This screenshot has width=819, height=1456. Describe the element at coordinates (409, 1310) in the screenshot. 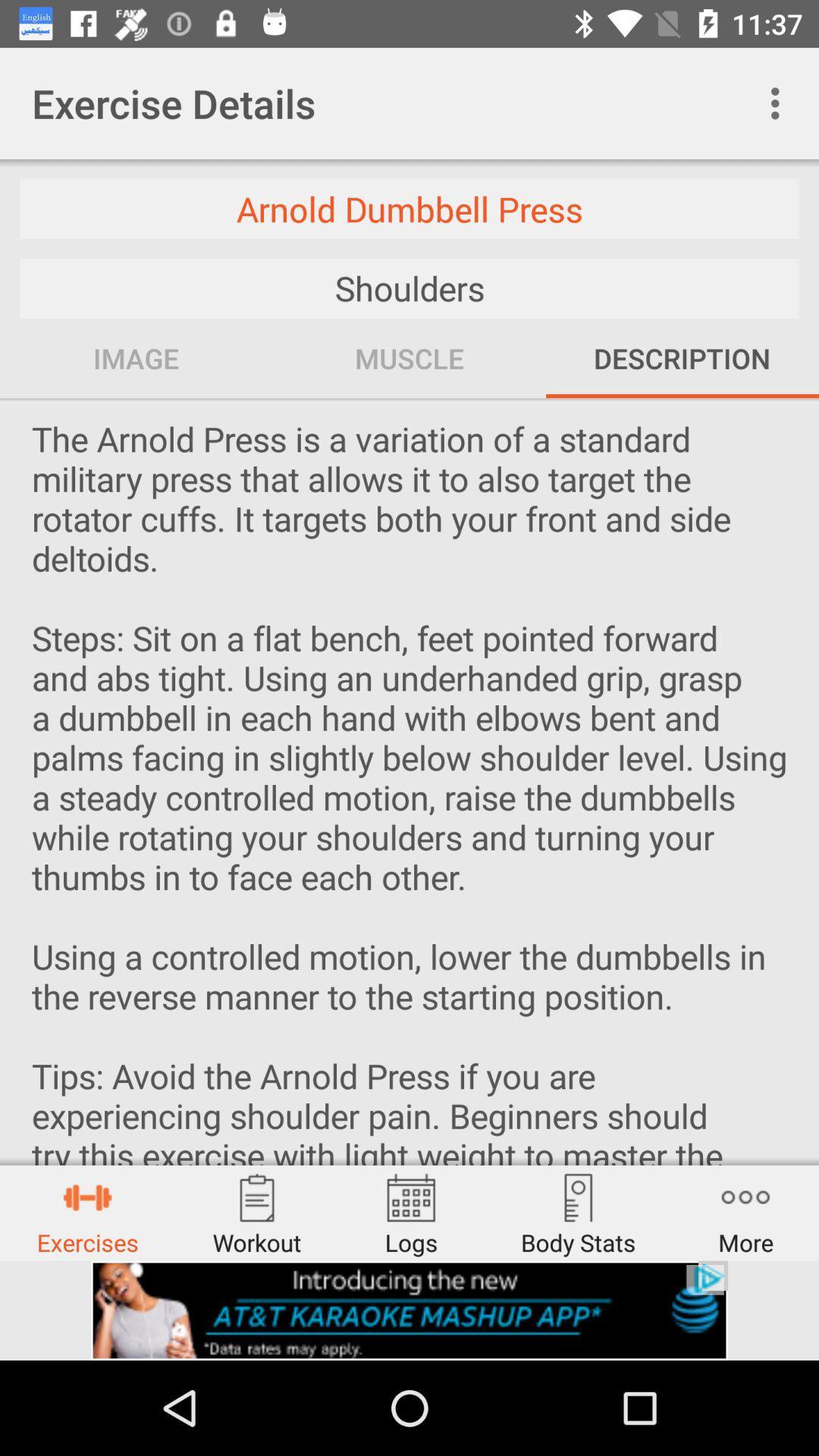

I see `advertisement` at that location.